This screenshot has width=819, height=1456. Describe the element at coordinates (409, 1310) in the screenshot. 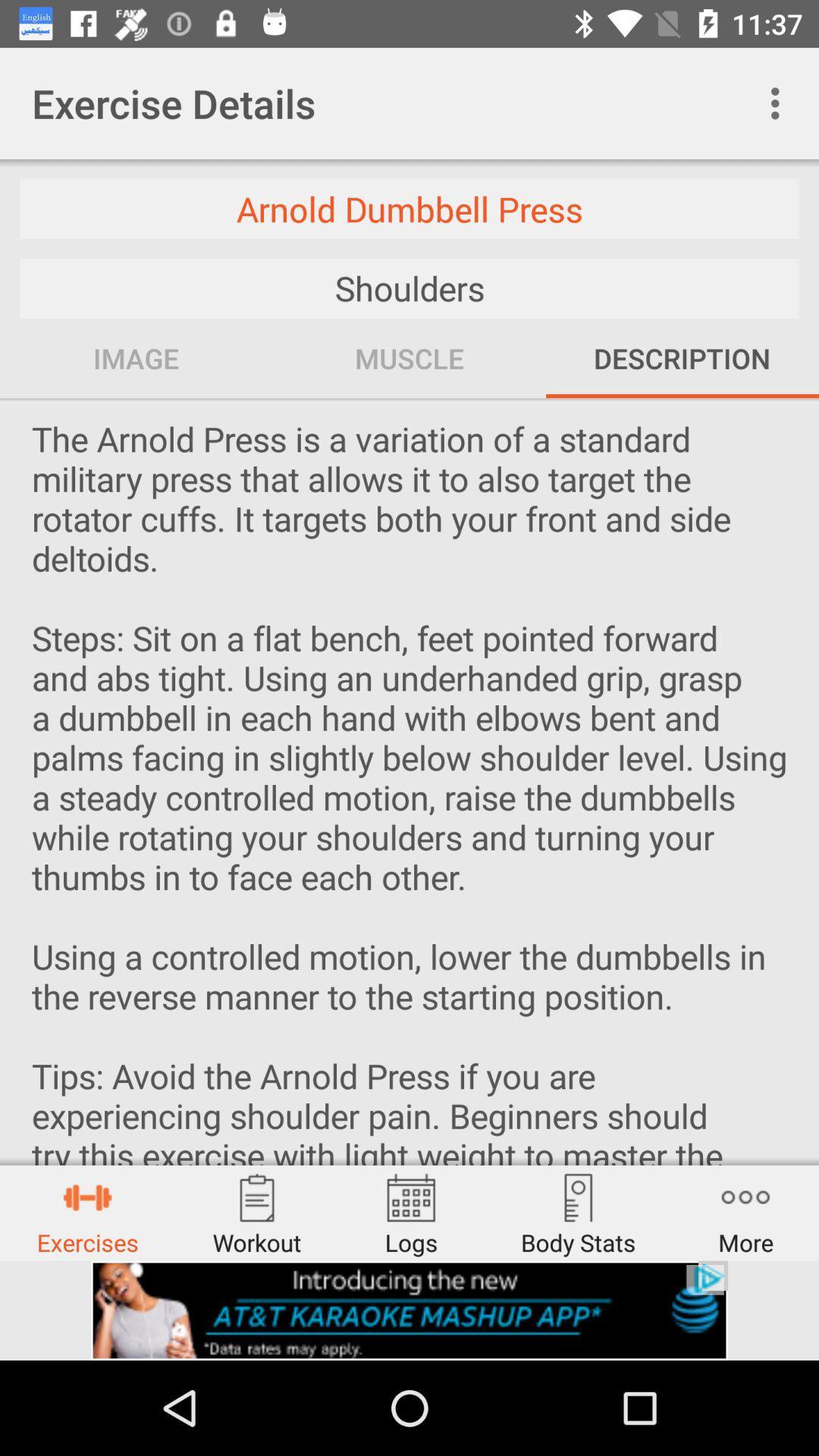

I see `advertisement` at that location.